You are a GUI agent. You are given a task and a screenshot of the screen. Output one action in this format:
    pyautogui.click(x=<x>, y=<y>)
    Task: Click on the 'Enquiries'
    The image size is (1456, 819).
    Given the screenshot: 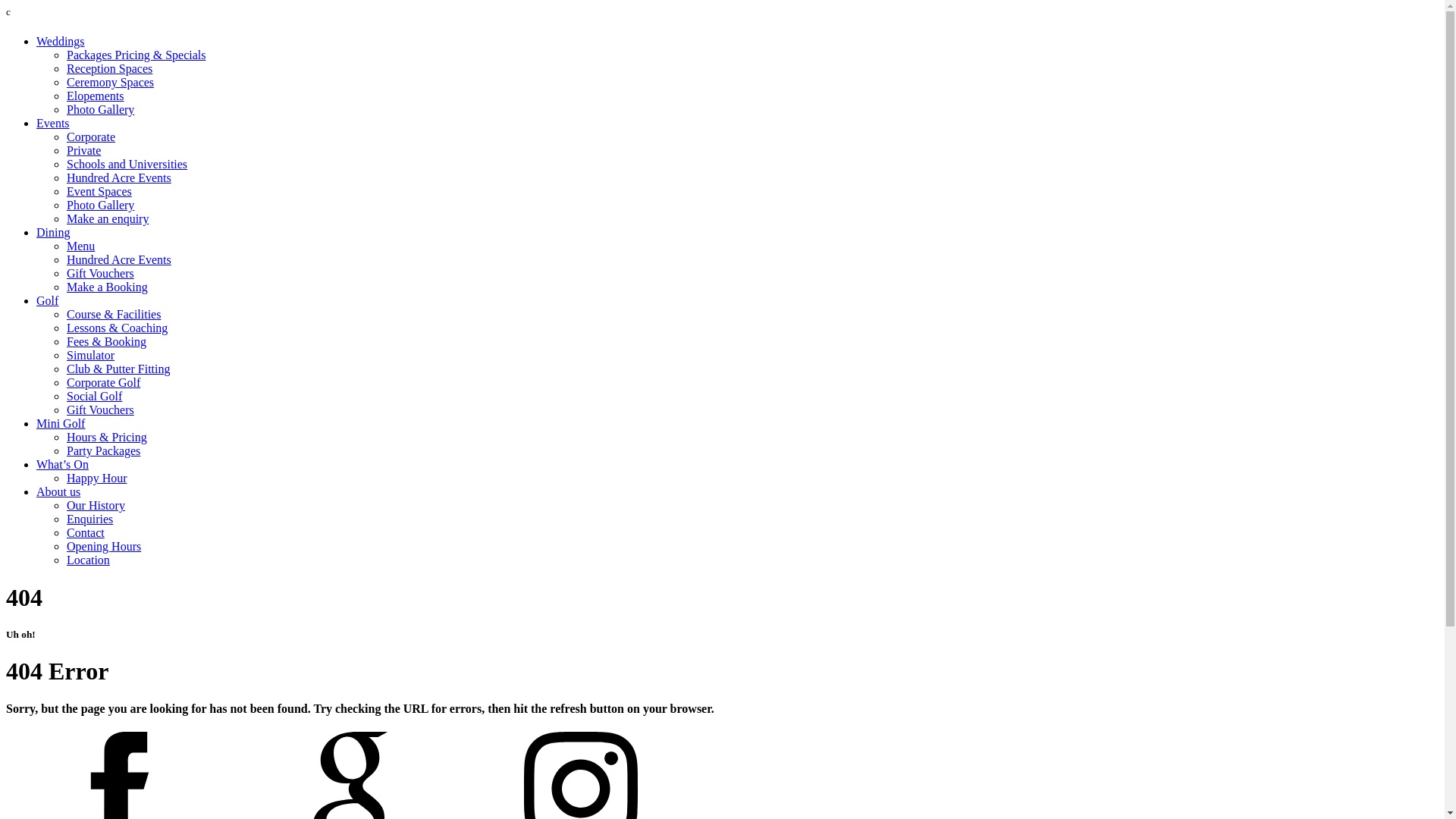 What is the action you would take?
    pyautogui.click(x=89, y=518)
    